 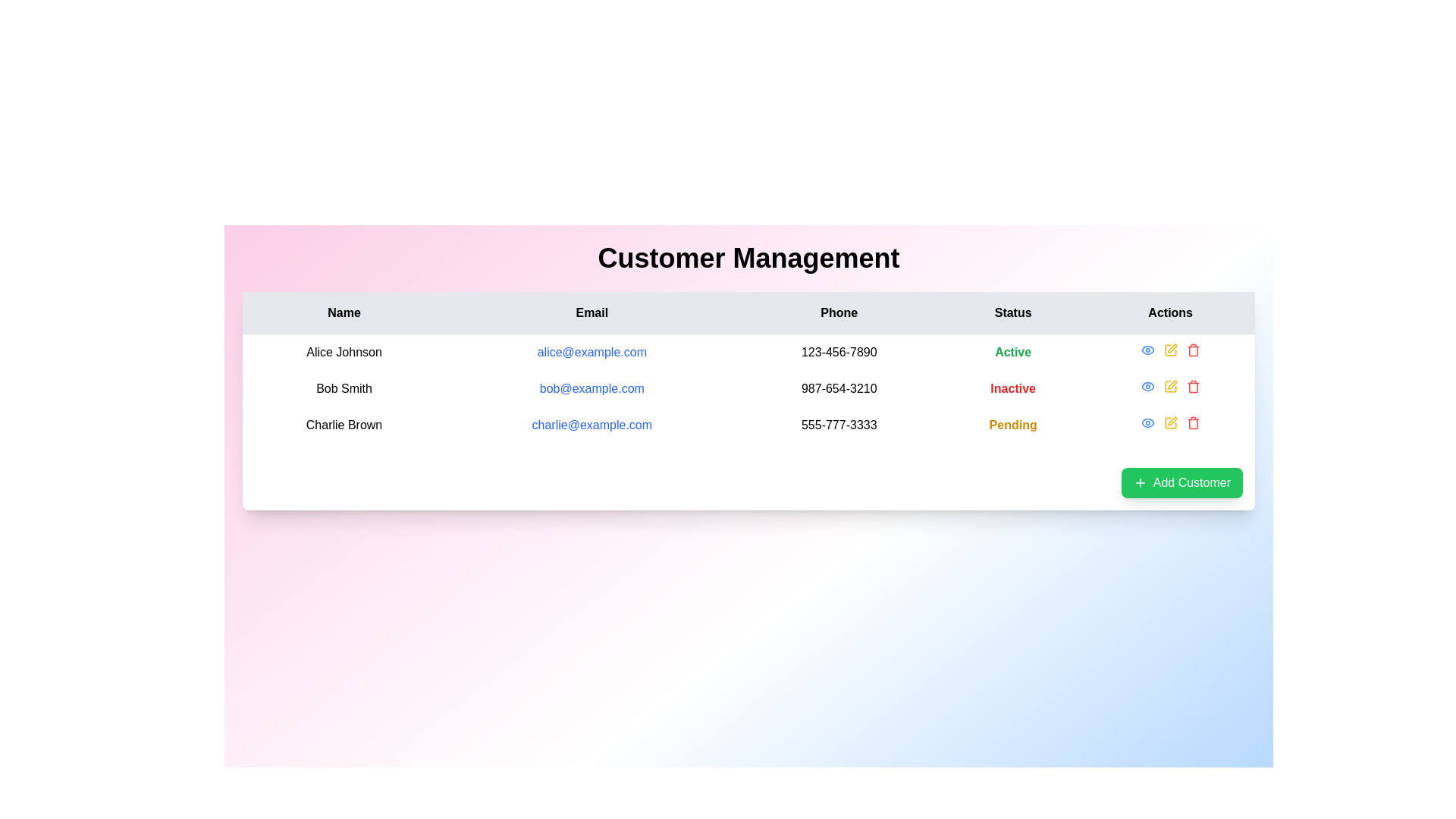 I want to click on the pencil icon in the interactive icons group, so click(x=1169, y=350).